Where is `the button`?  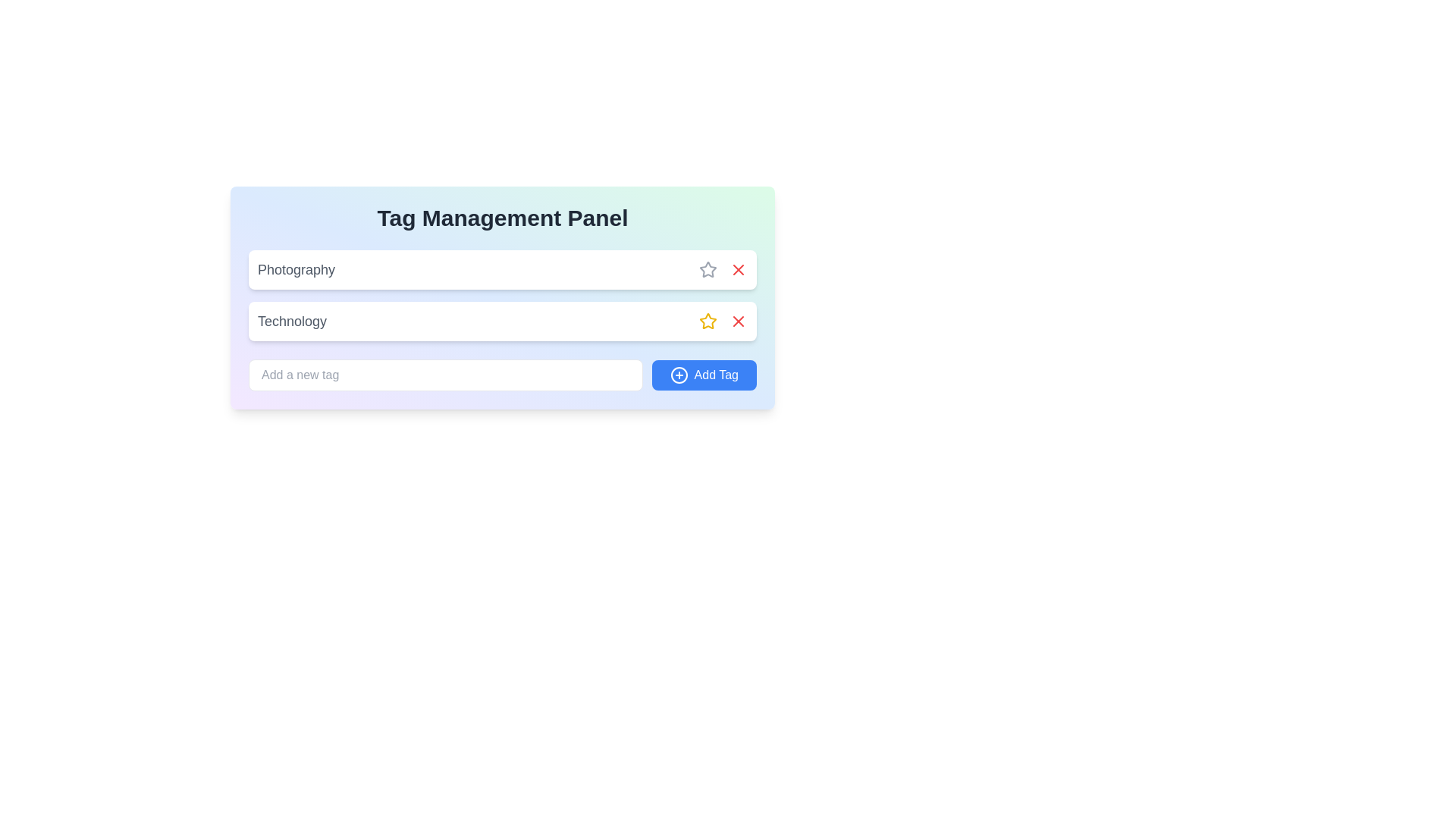
the button is located at coordinates (739, 268).